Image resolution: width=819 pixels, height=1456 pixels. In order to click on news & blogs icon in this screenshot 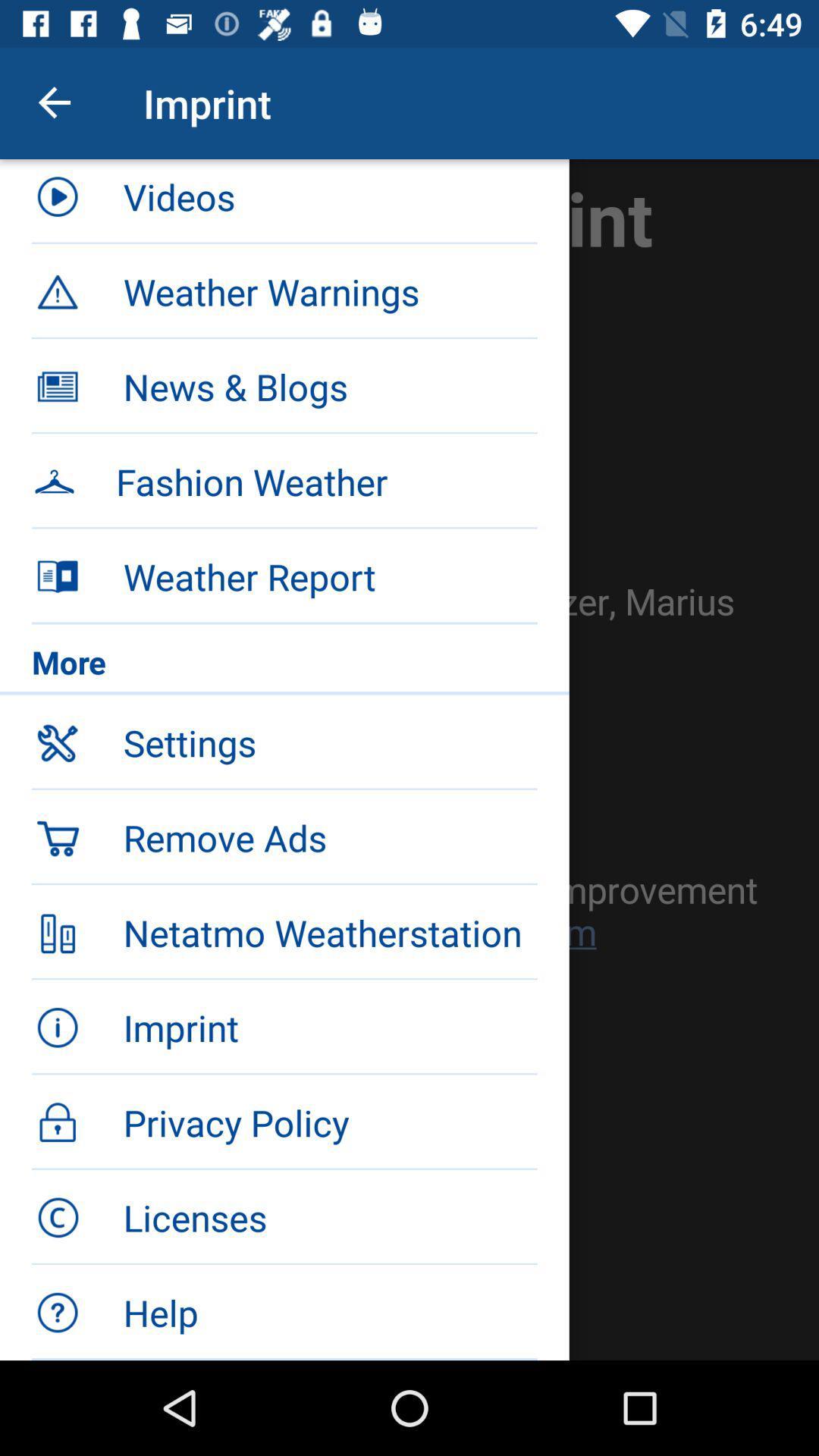, I will do `click(329, 386)`.